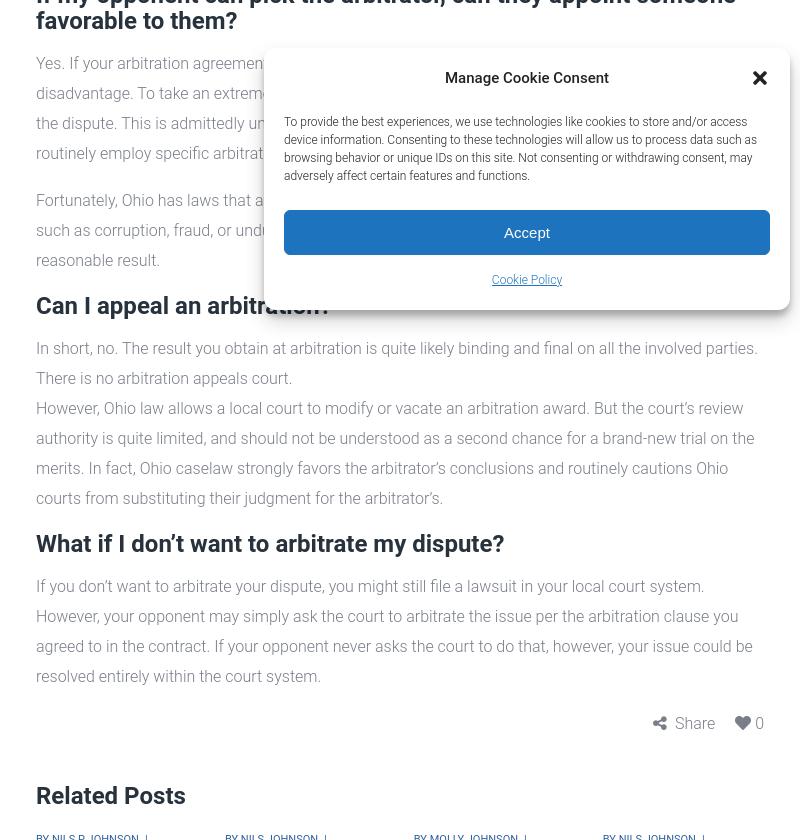 The image size is (800, 840). What do you see at coordinates (390, 107) in the screenshot?
I see `'Yes. If your arbitration agreement allows your opponent to unilaterally select the arbitrator, you are at a disadvantage. To take an extreme example, imagine your opponent selecting their mother to arbitrate the dispute. This is admittedly unlikely to happen. However, it is commonplace for corporations to routinely employ specific arbitrators.'` at bounding box center [390, 107].